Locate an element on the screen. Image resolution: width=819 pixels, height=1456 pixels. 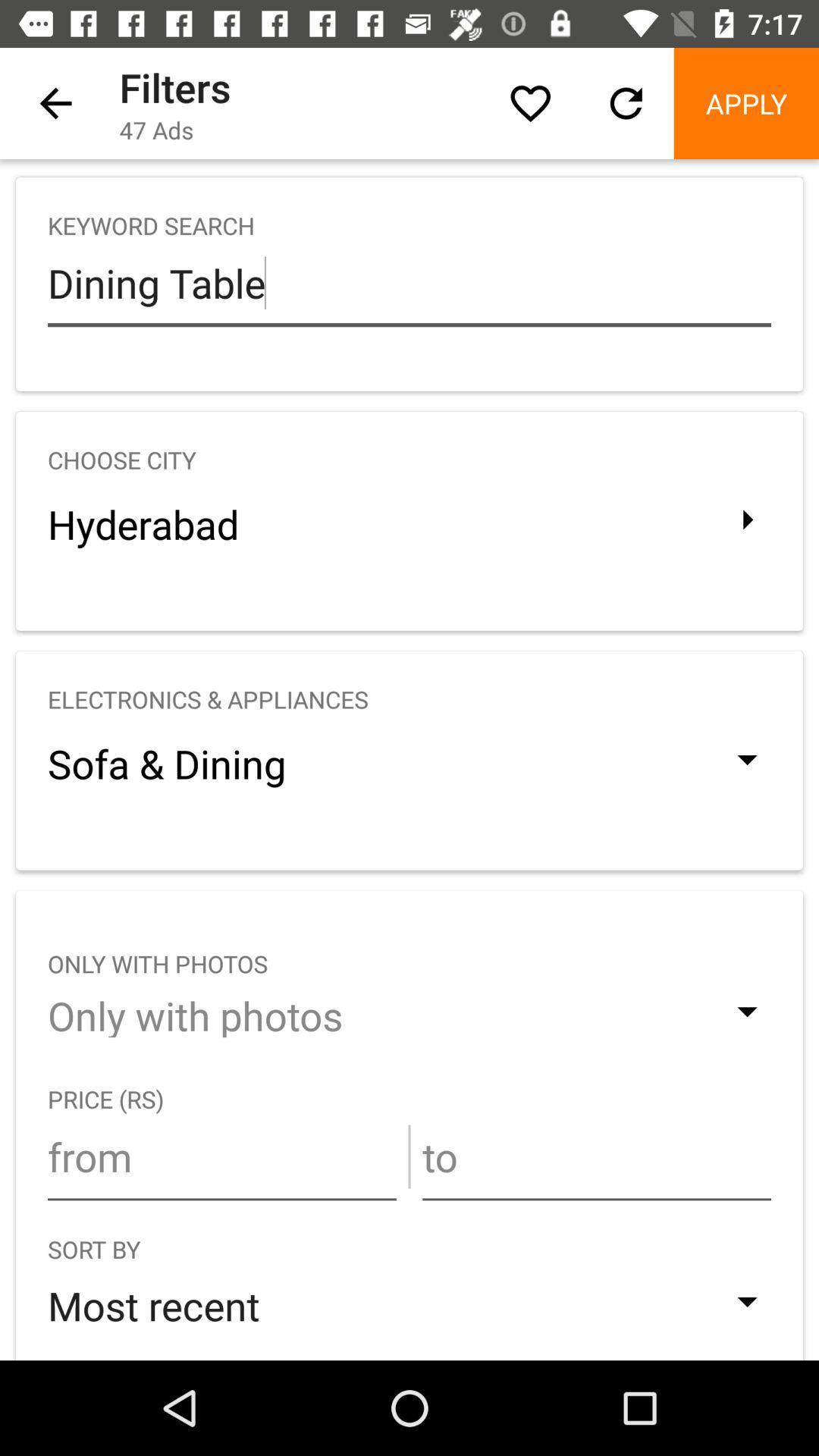
the icon below the only with photos item is located at coordinates (221, 1156).